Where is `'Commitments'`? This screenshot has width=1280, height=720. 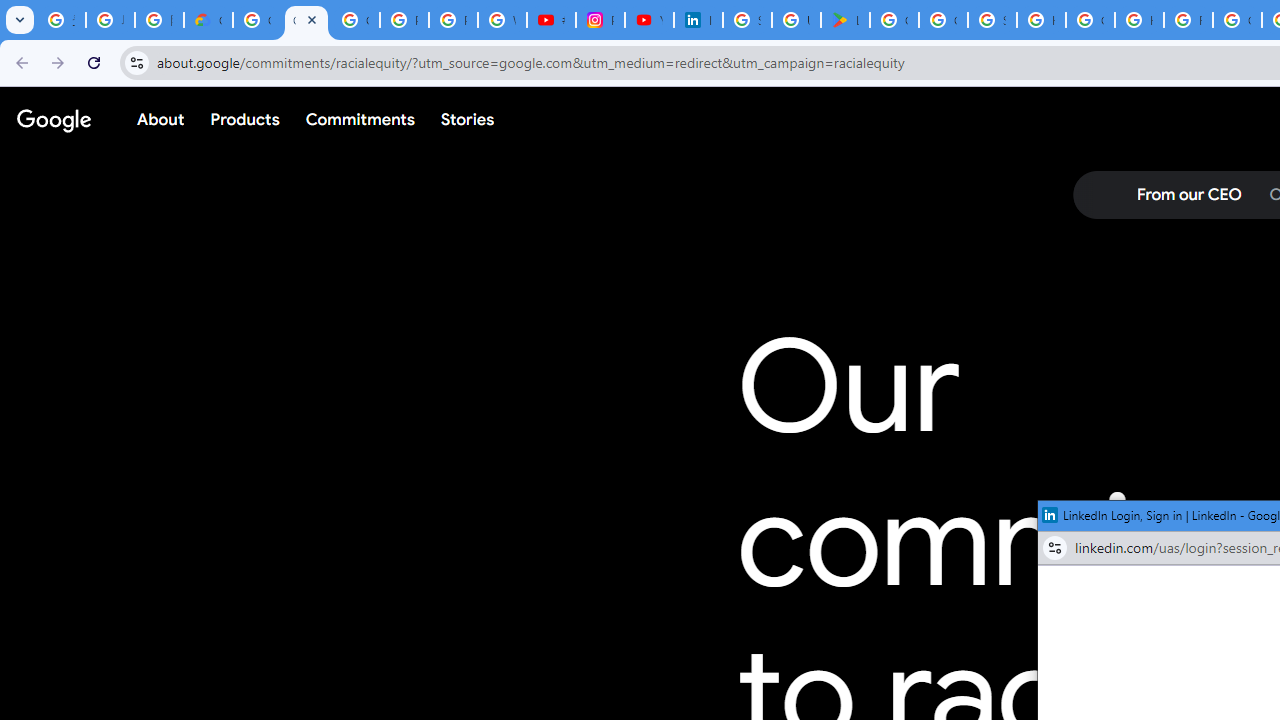 'Commitments' is located at coordinates (359, 119).